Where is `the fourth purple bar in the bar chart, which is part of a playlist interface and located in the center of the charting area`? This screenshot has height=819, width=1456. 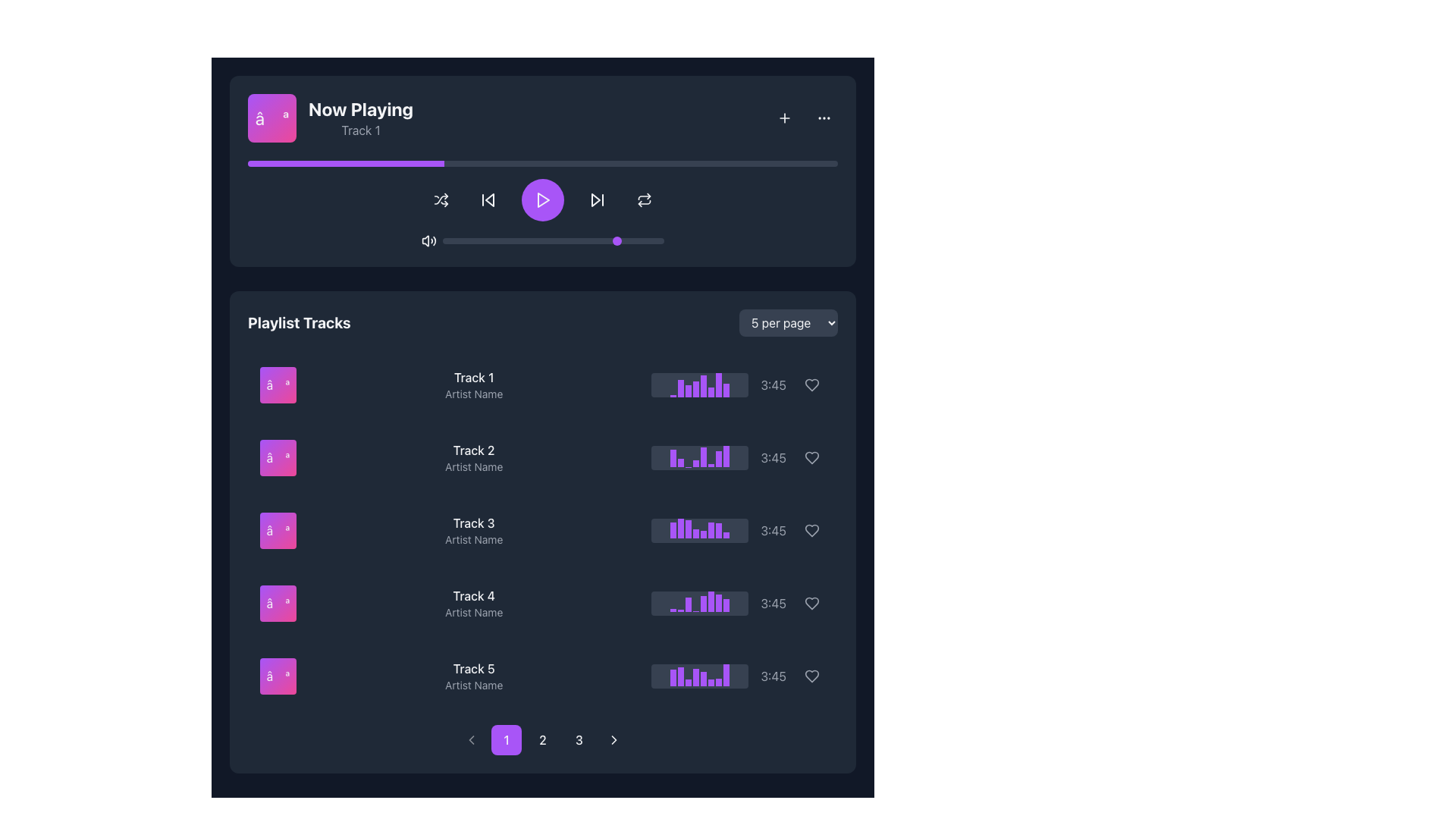
the fourth purple bar in the bar chart, which is part of a playlist interface and located in the center of the charting area is located at coordinates (695, 676).